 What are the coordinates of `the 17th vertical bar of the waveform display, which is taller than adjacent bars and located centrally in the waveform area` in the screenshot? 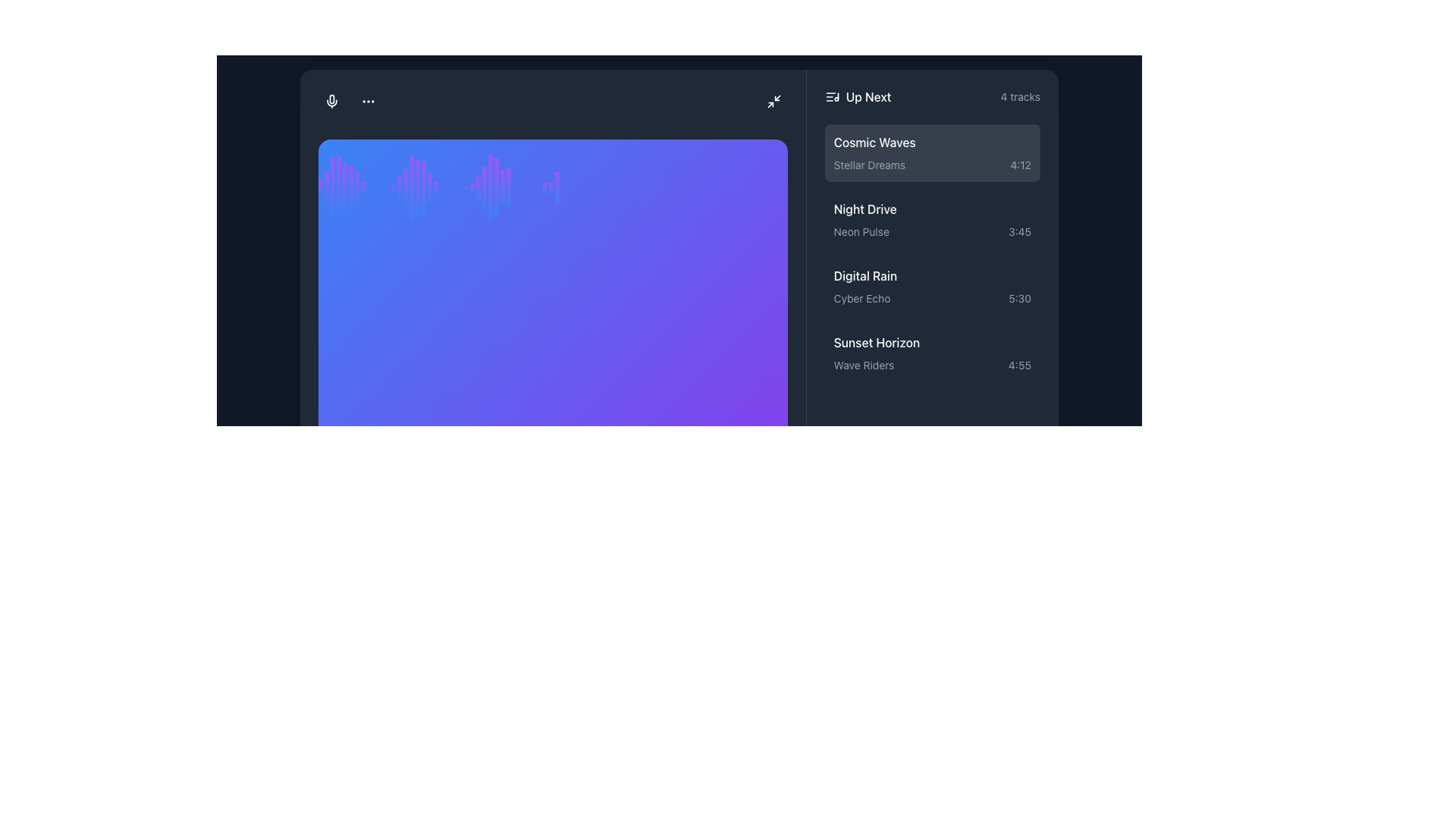 It's located at (418, 186).